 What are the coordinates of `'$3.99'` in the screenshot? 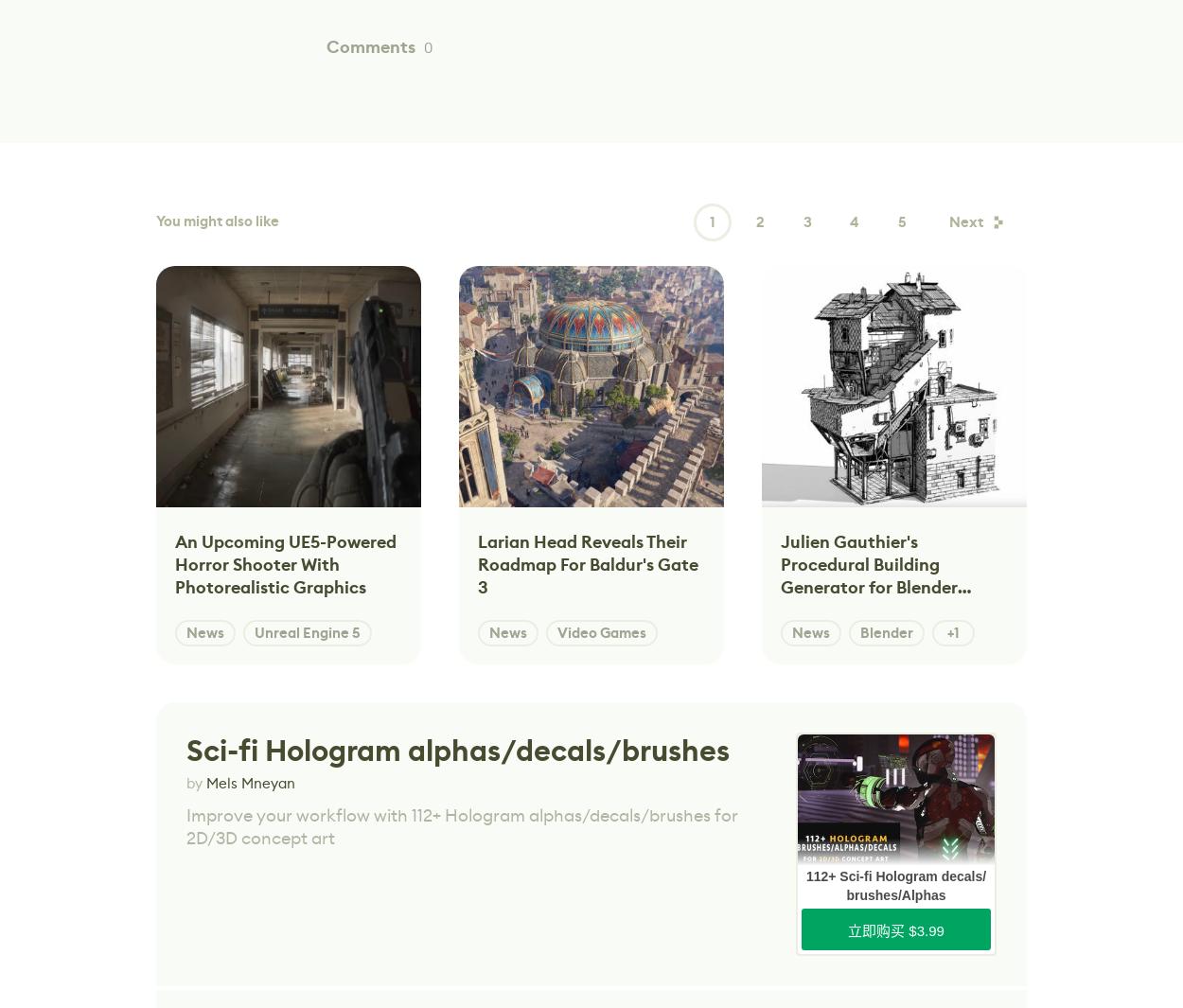 It's located at (925, 929).